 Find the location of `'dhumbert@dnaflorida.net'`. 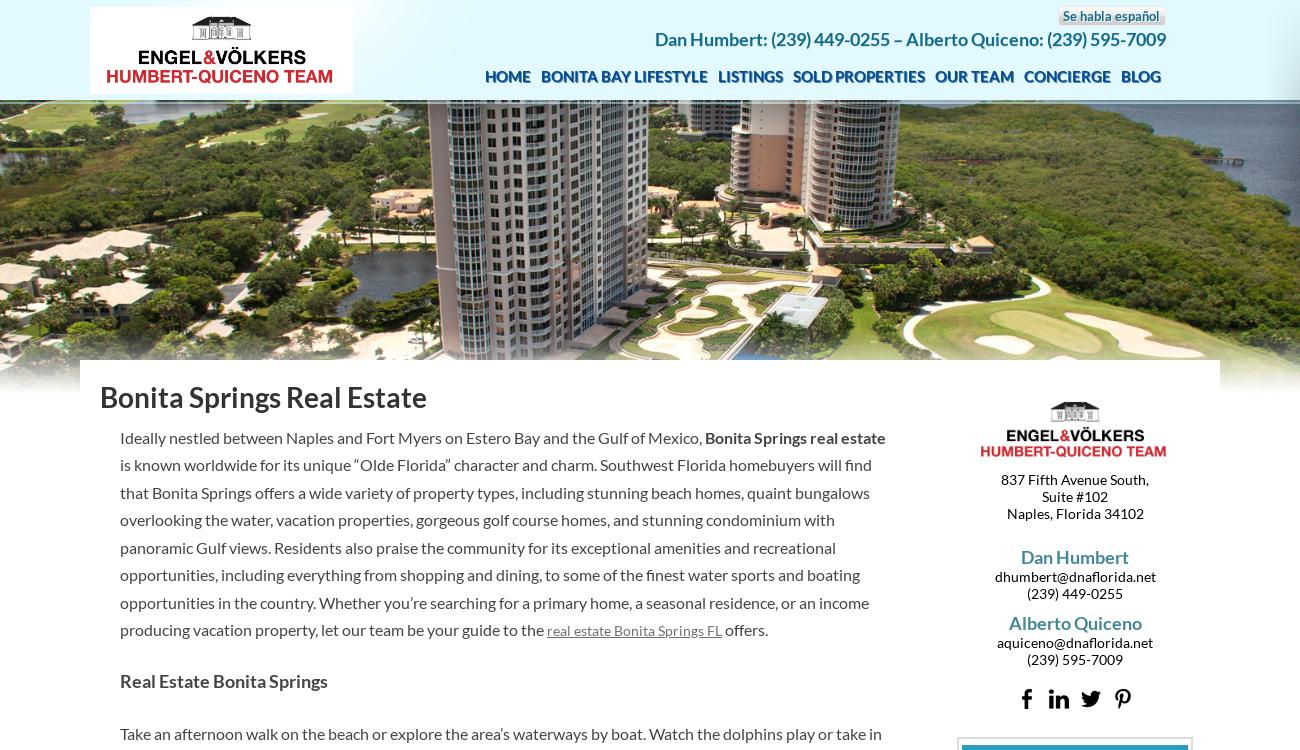

'dhumbert@dnaflorida.net' is located at coordinates (1074, 574).